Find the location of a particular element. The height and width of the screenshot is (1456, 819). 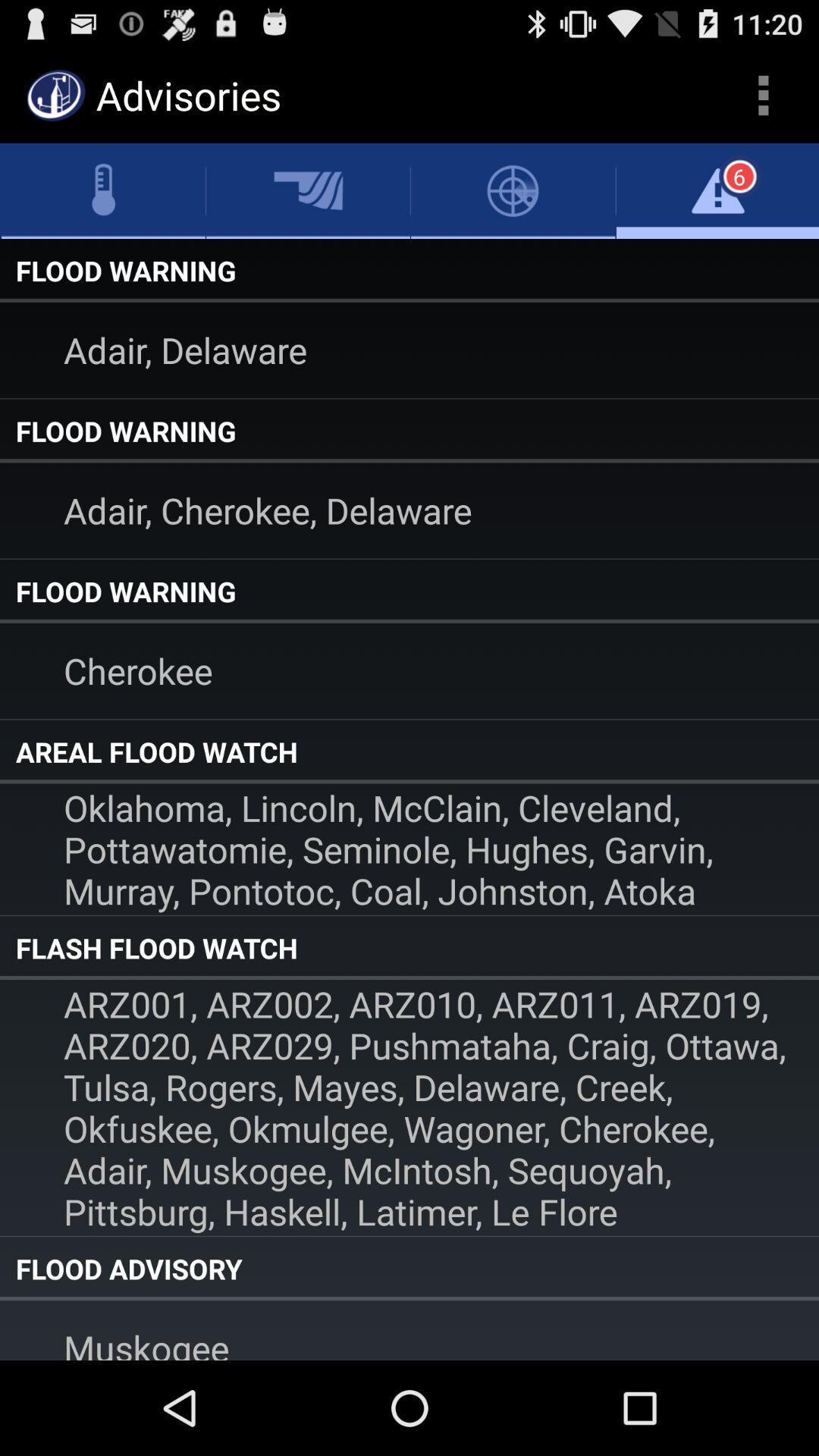

the muskogee is located at coordinates (409, 1329).